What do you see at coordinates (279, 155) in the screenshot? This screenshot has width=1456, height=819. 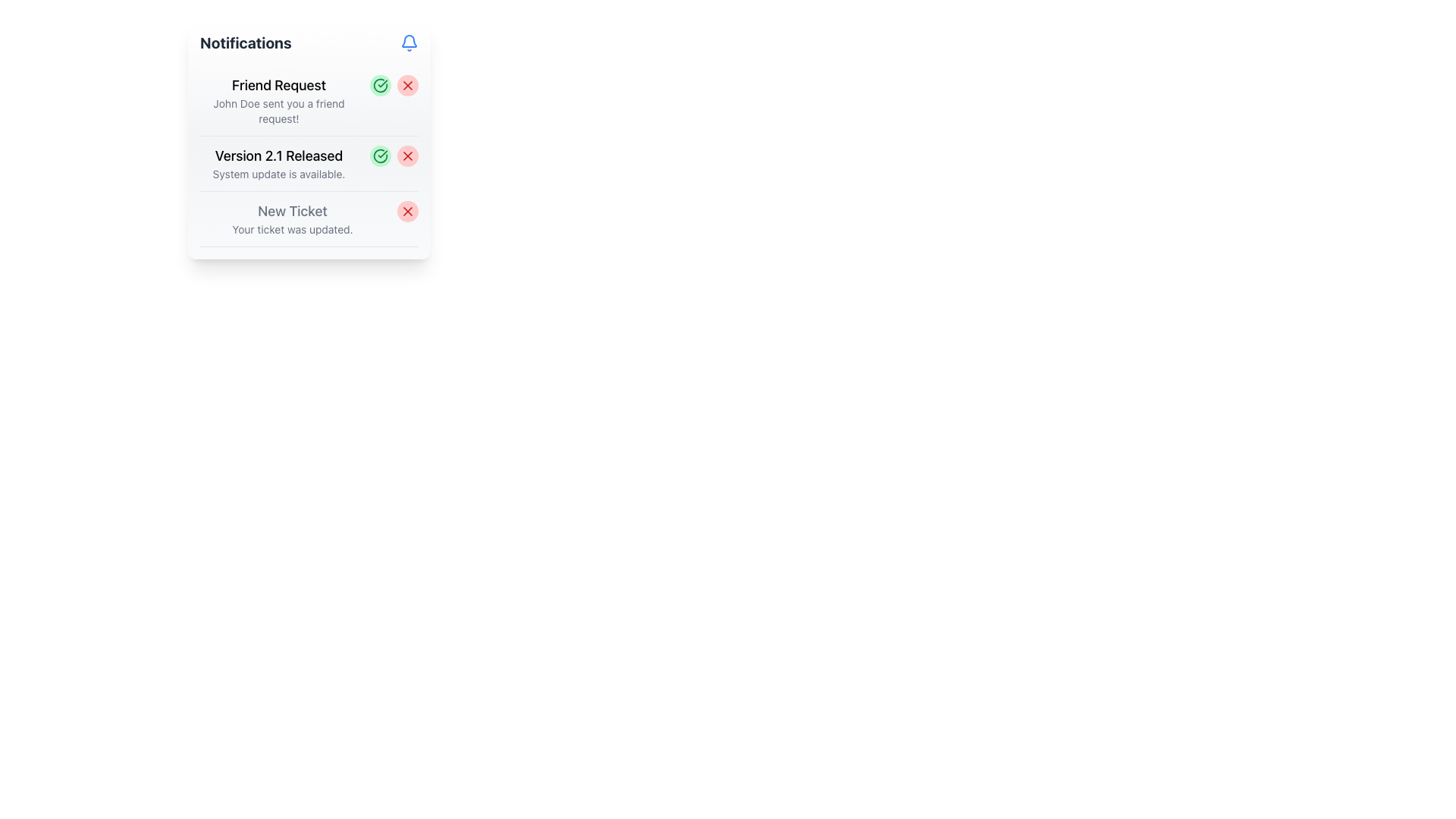 I see `the bold static text element that reads 'Version 2.1 Released.' which is the first line in the second notification card` at bounding box center [279, 155].